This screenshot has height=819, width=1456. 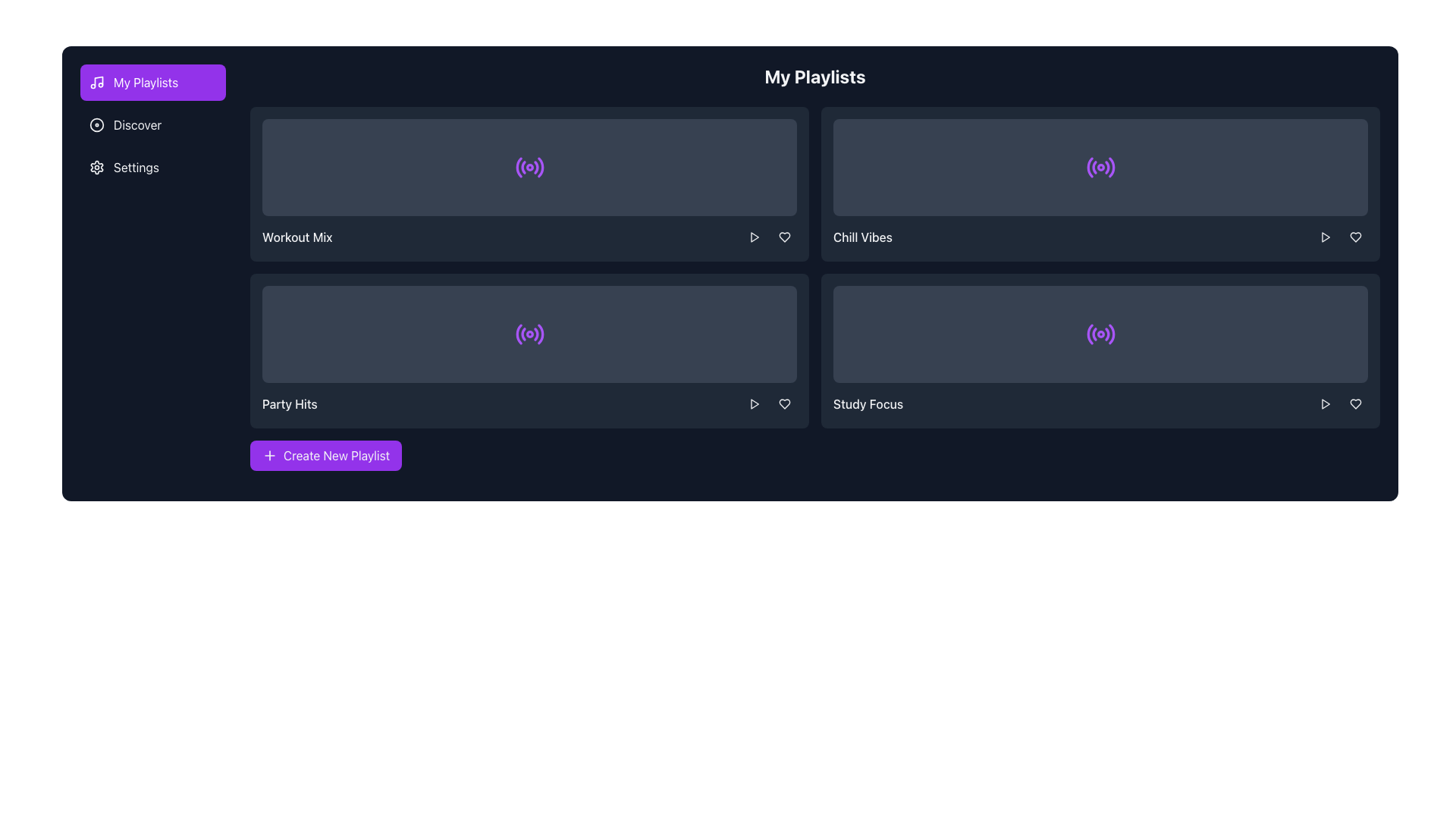 I want to click on the innermost arc on the left side of the circular radio wave icon, which is part of the 'Party Hits' playlist card located in the lower left corner of the grid layout, so click(x=519, y=333).